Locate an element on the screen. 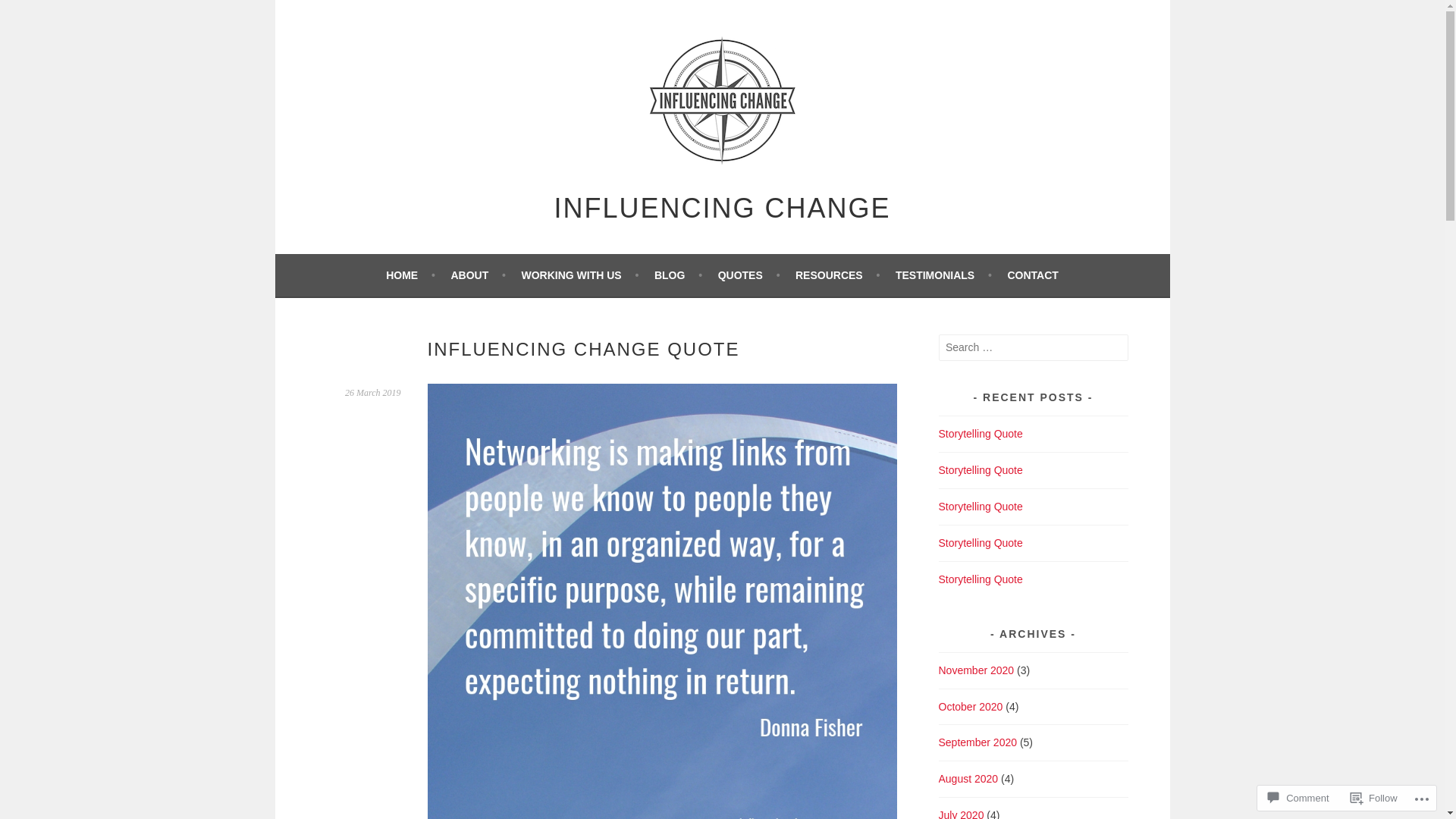 This screenshot has width=1456, height=819. '26 March 2019' is located at coordinates (372, 391).